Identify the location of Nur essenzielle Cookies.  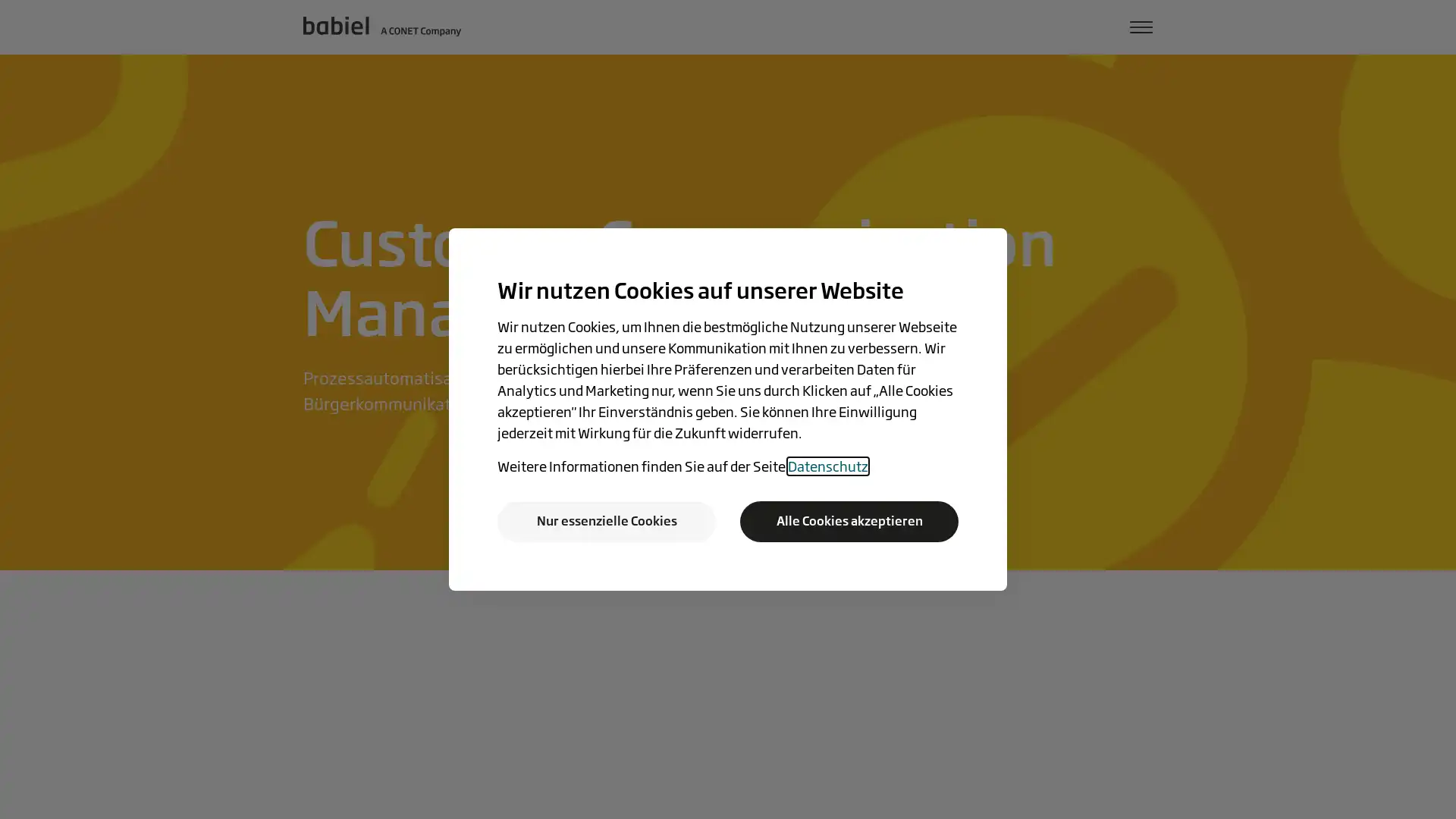
(607, 520).